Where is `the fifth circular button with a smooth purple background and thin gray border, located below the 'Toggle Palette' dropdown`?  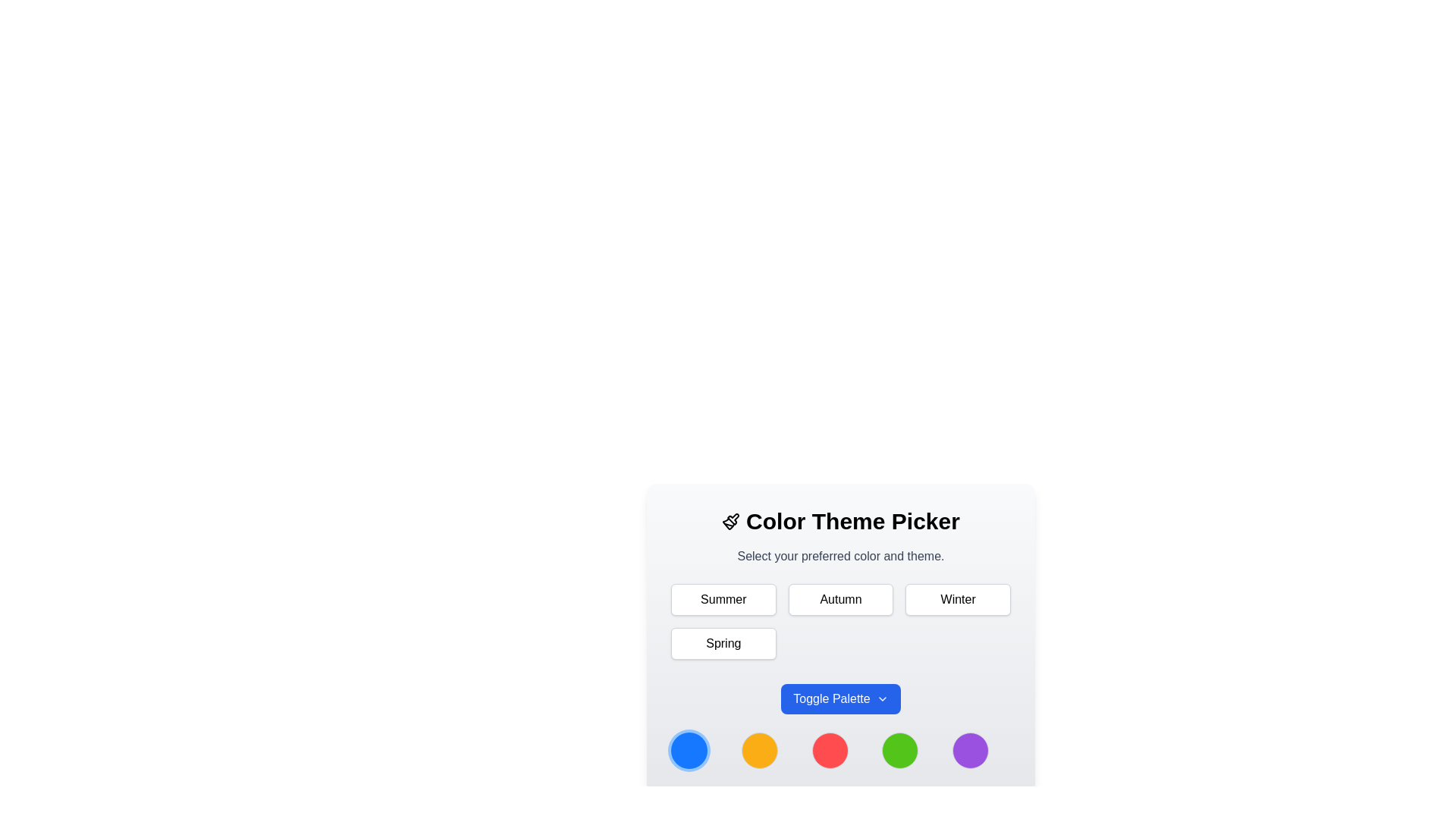
the fifth circular button with a smooth purple background and thin gray border, located below the 'Toggle Palette' dropdown is located at coordinates (971, 751).